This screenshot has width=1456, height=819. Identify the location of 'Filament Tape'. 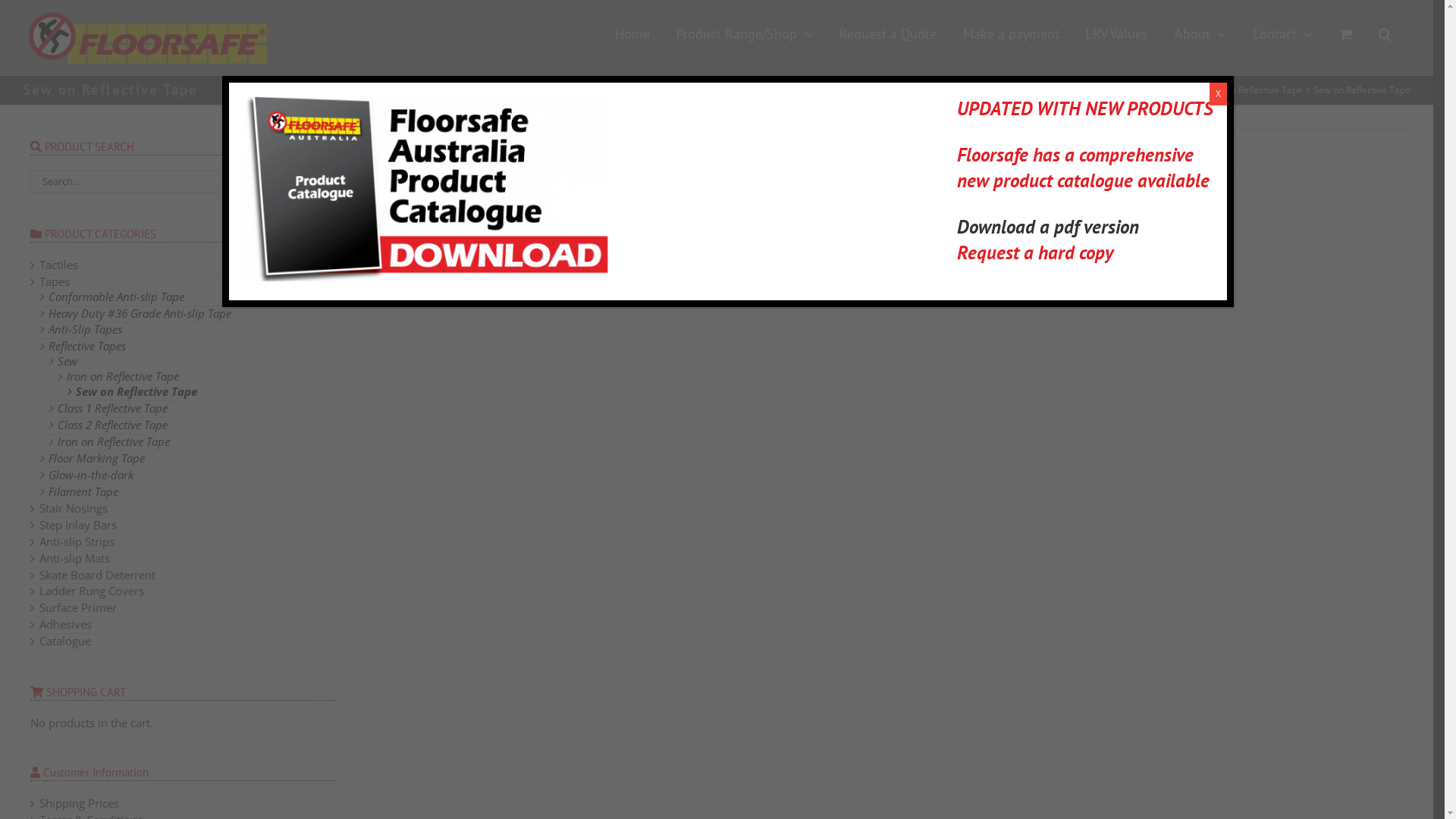
(83, 491).